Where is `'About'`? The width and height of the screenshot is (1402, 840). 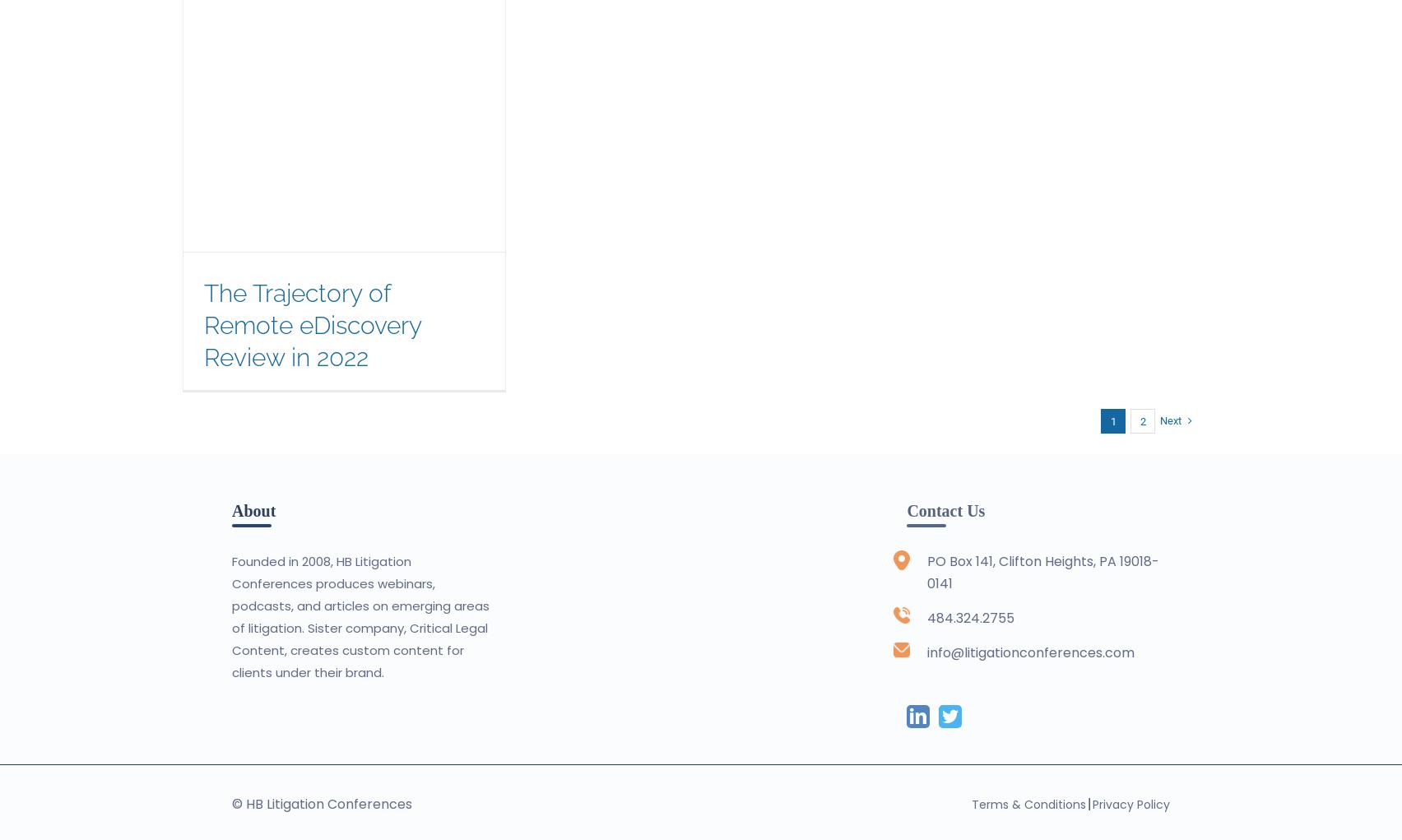 'About' is located at coordinates (253, 510).